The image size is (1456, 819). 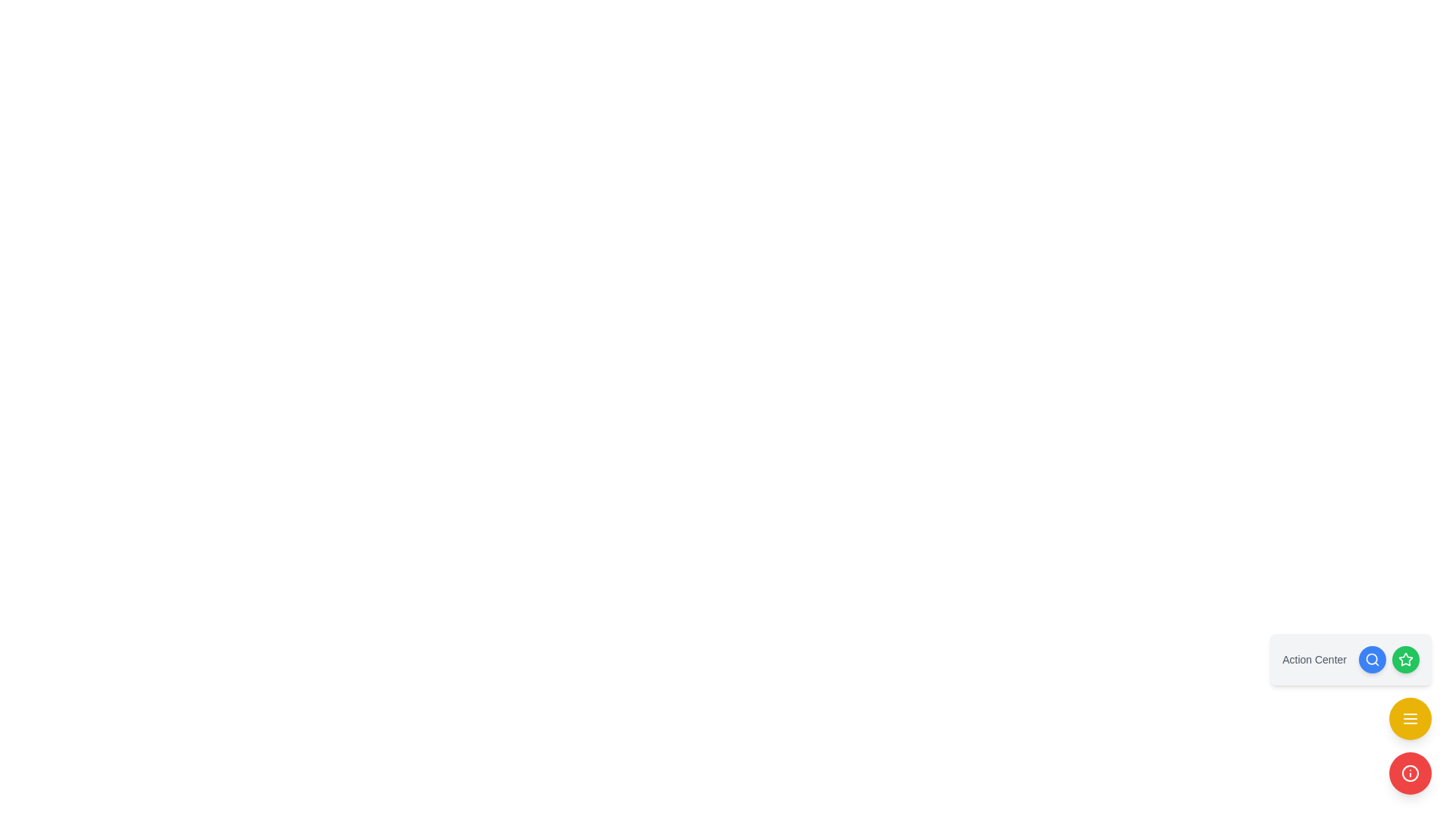 I want to click on the interactive information button located at the bottom-right corner of the interface, so click(x=1410, y=773).